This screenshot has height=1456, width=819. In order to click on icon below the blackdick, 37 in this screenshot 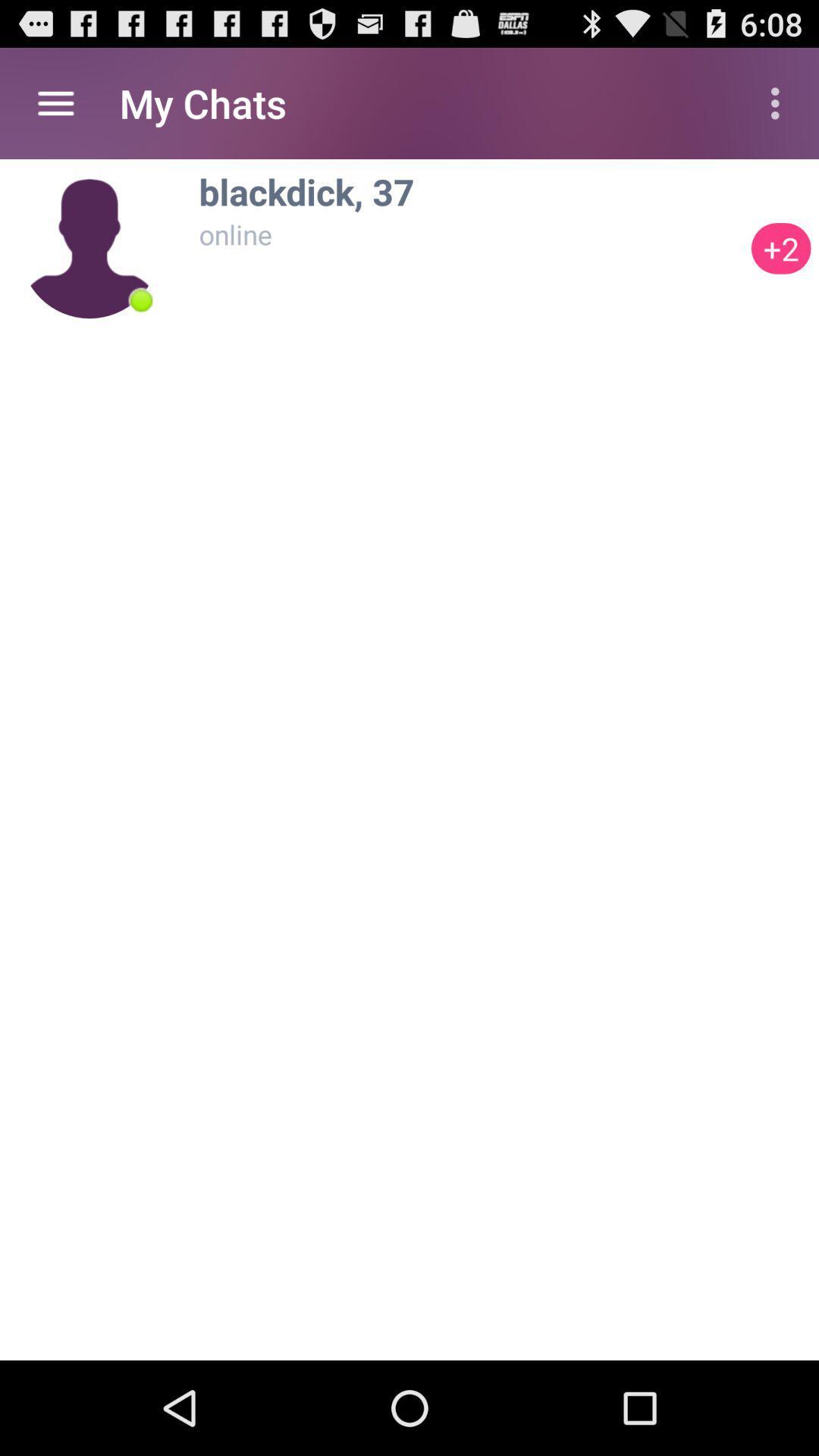, I will do `click(781, 248)`.